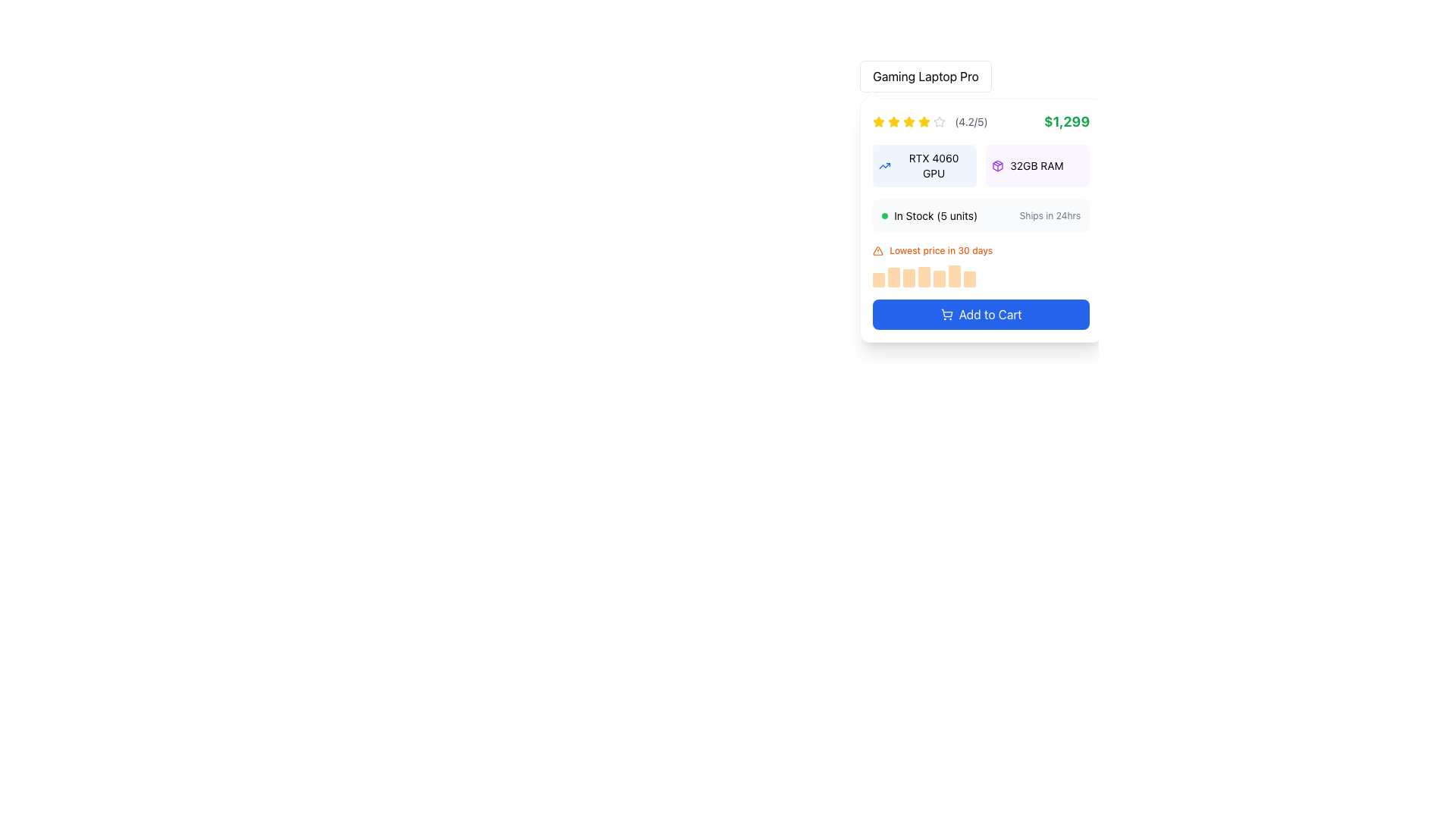  I want to click on the text label displaying the rating '(4.2/5)' which is positioned next to the star icons in the product information section, so click(971, 121).